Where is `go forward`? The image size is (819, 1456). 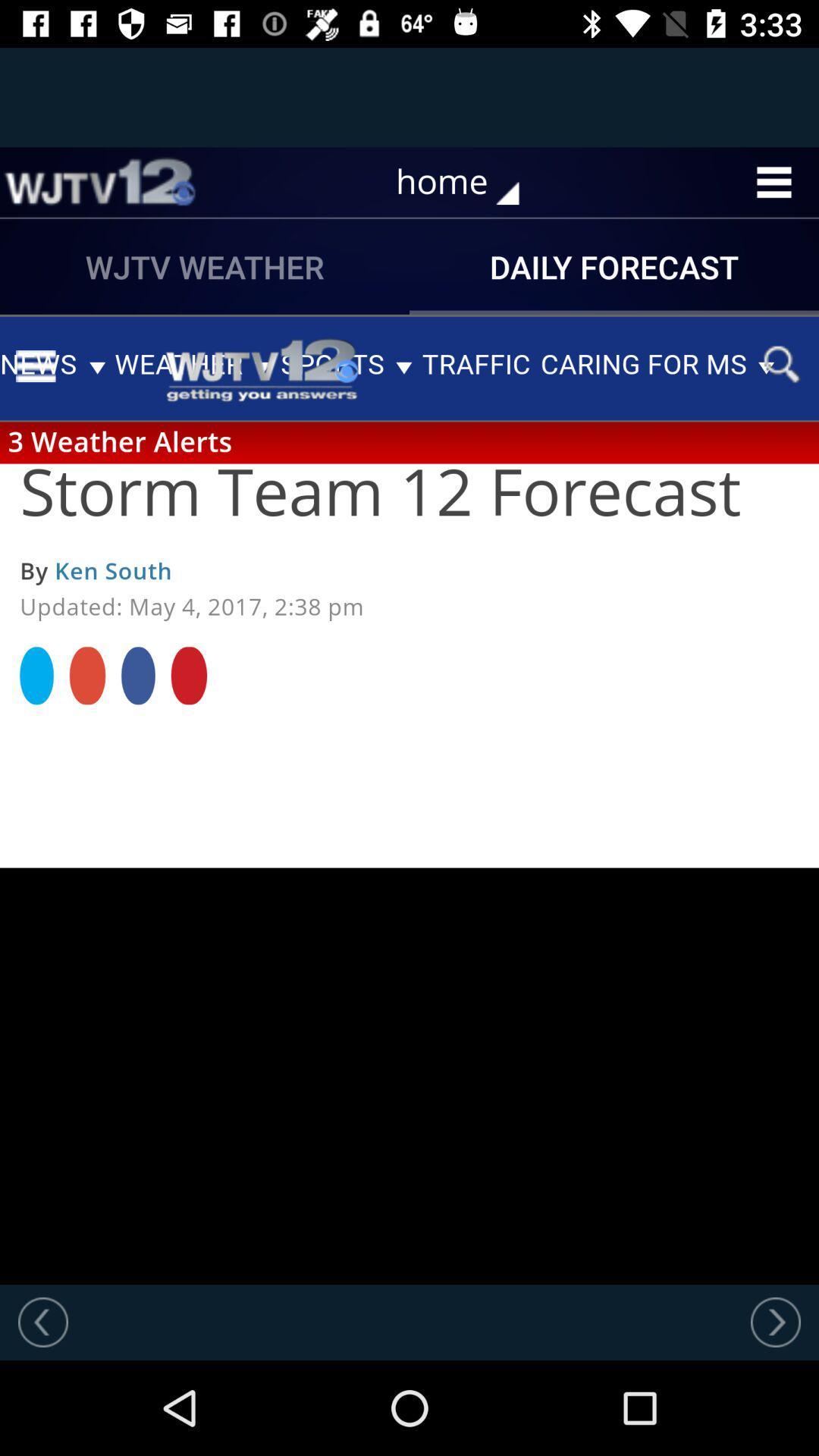 go forward is located at coordinates (775, 1321).